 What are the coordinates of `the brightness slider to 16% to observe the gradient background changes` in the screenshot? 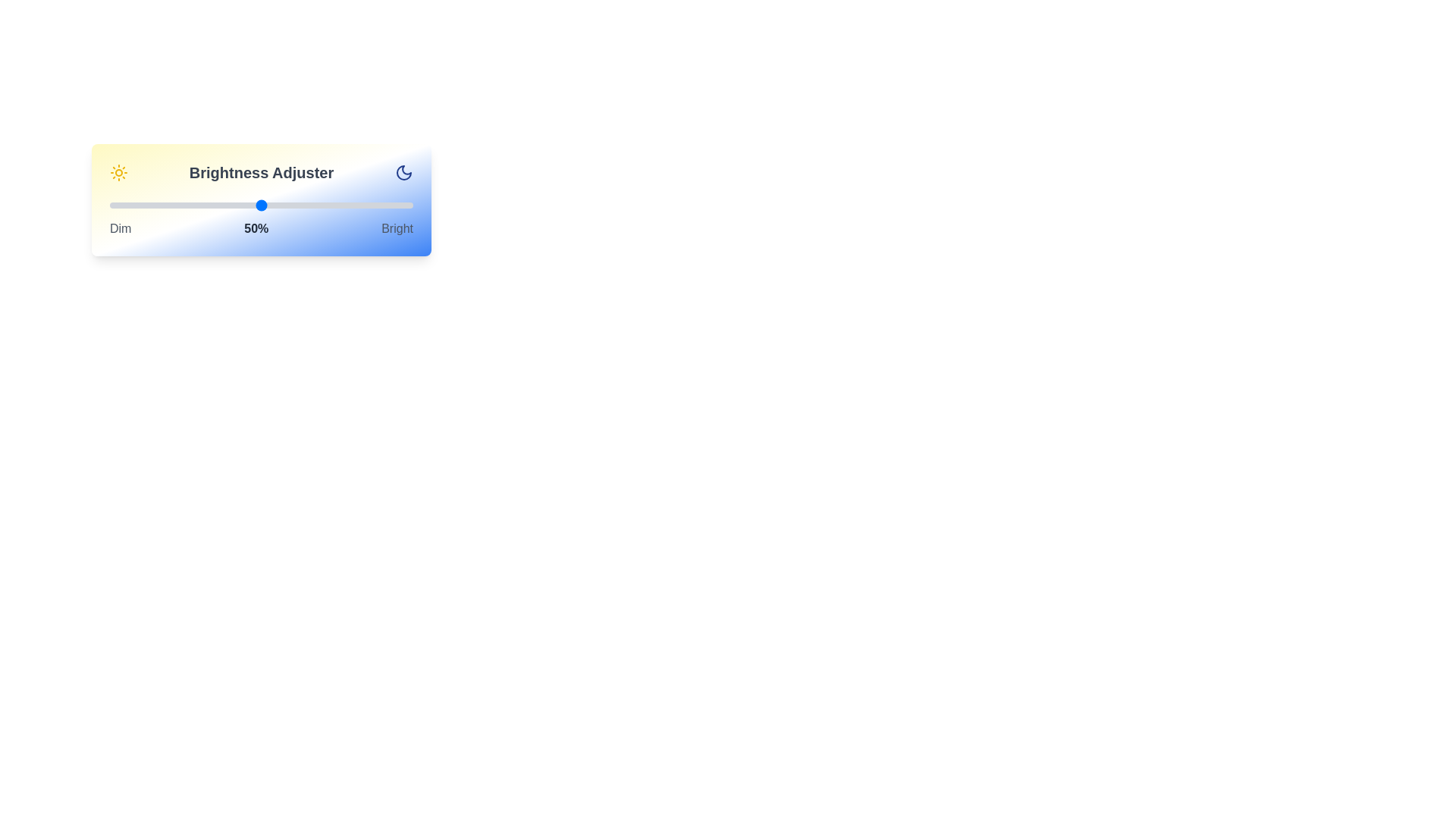 It's located at (158, 205).